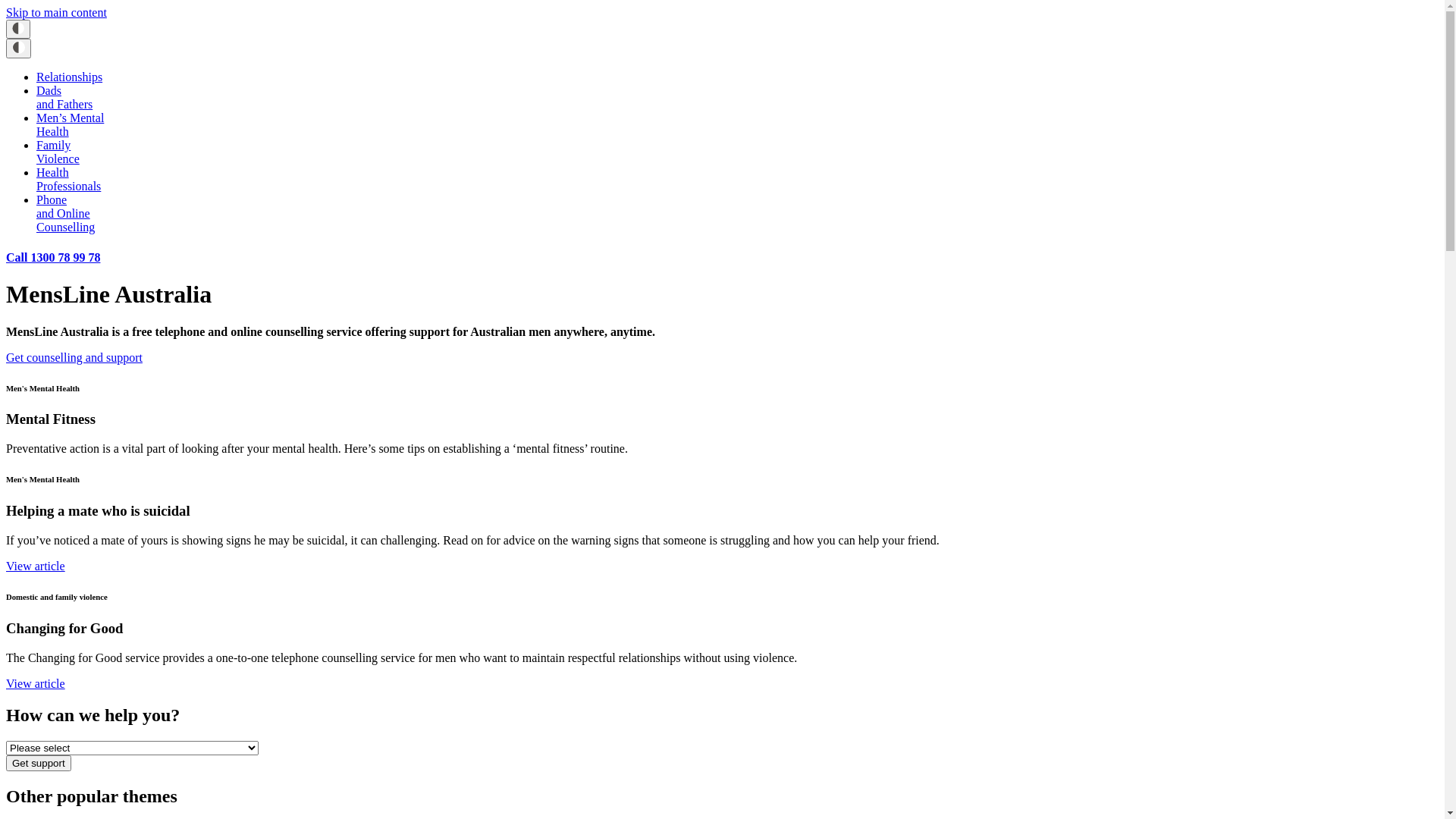 Image resolution: width=1456 pixels, height=819 pixels. I want to click on 'View article', so click(36, 682).